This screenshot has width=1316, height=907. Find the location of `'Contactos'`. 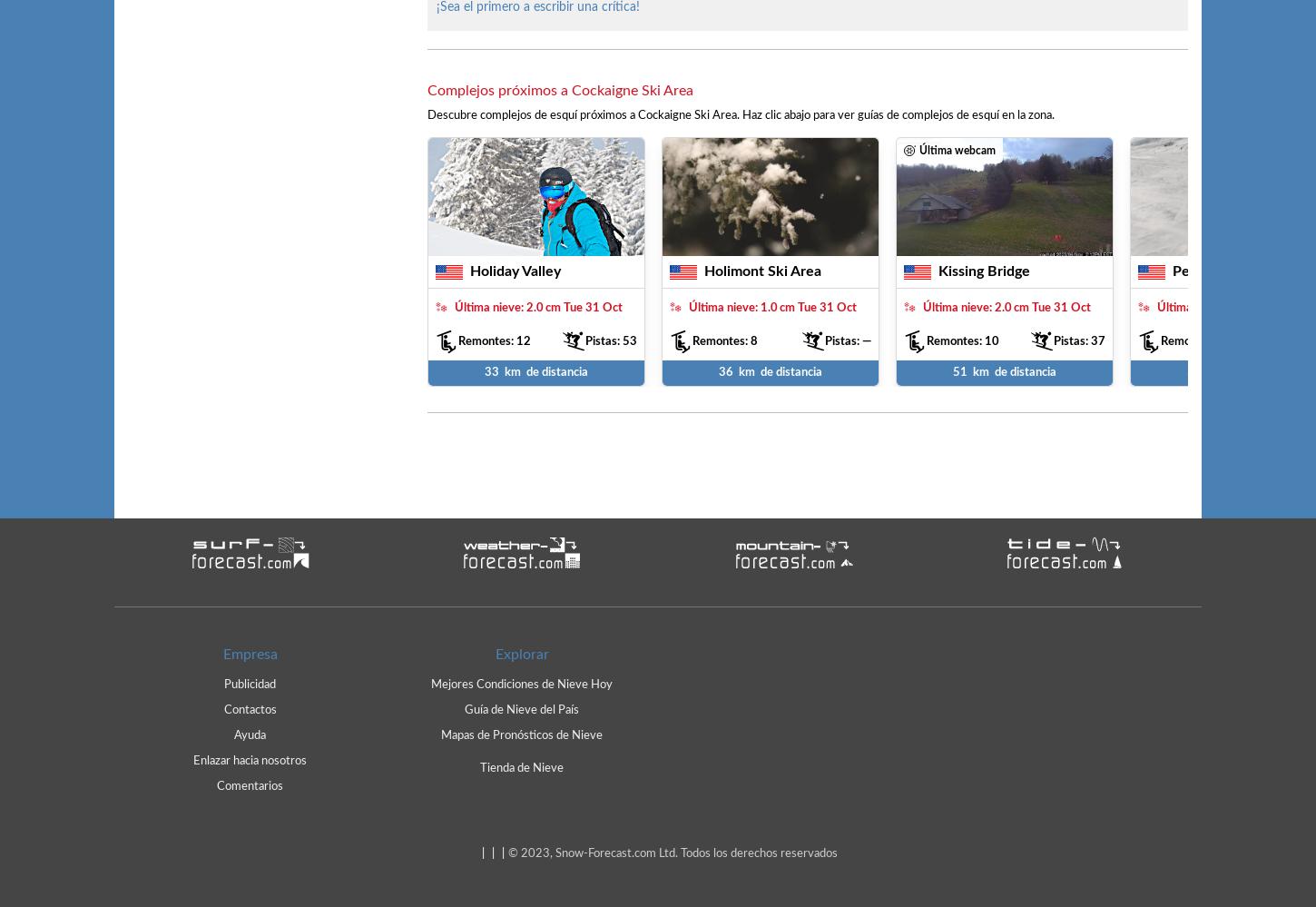

'Contactos' is located at coordinates (250, 709).